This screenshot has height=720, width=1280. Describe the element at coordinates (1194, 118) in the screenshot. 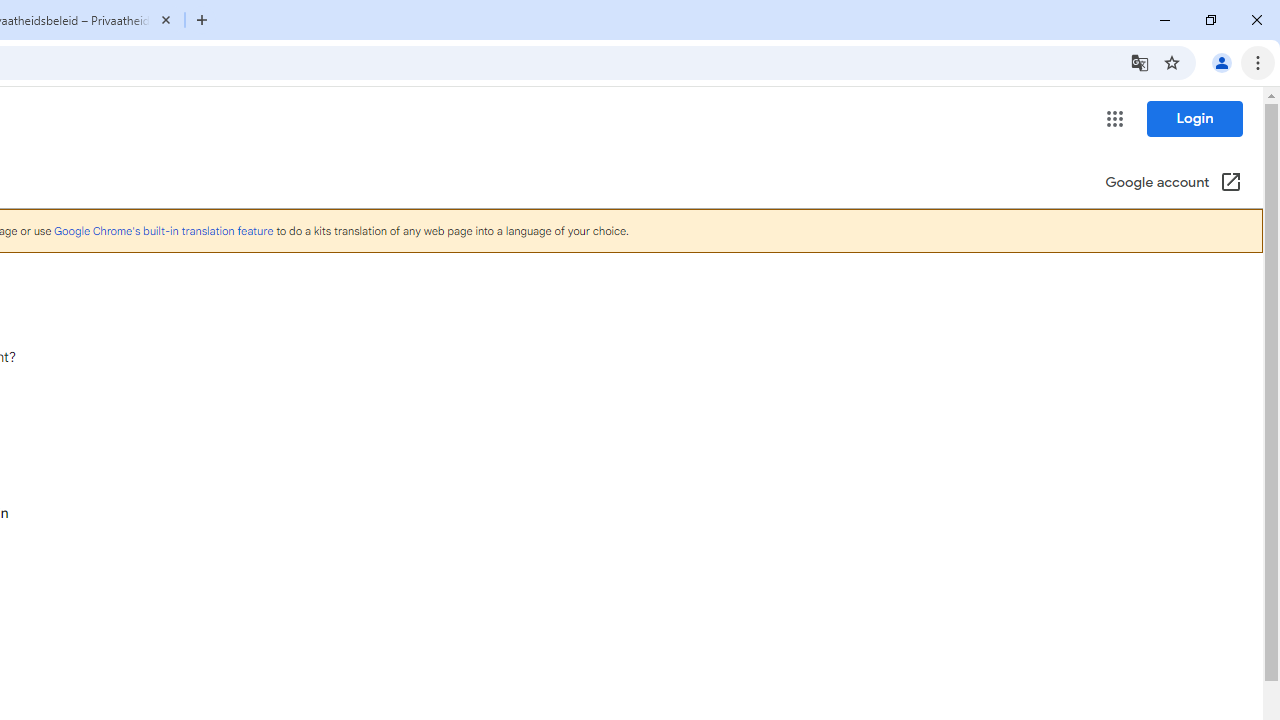

I see `'Login'` at that location.